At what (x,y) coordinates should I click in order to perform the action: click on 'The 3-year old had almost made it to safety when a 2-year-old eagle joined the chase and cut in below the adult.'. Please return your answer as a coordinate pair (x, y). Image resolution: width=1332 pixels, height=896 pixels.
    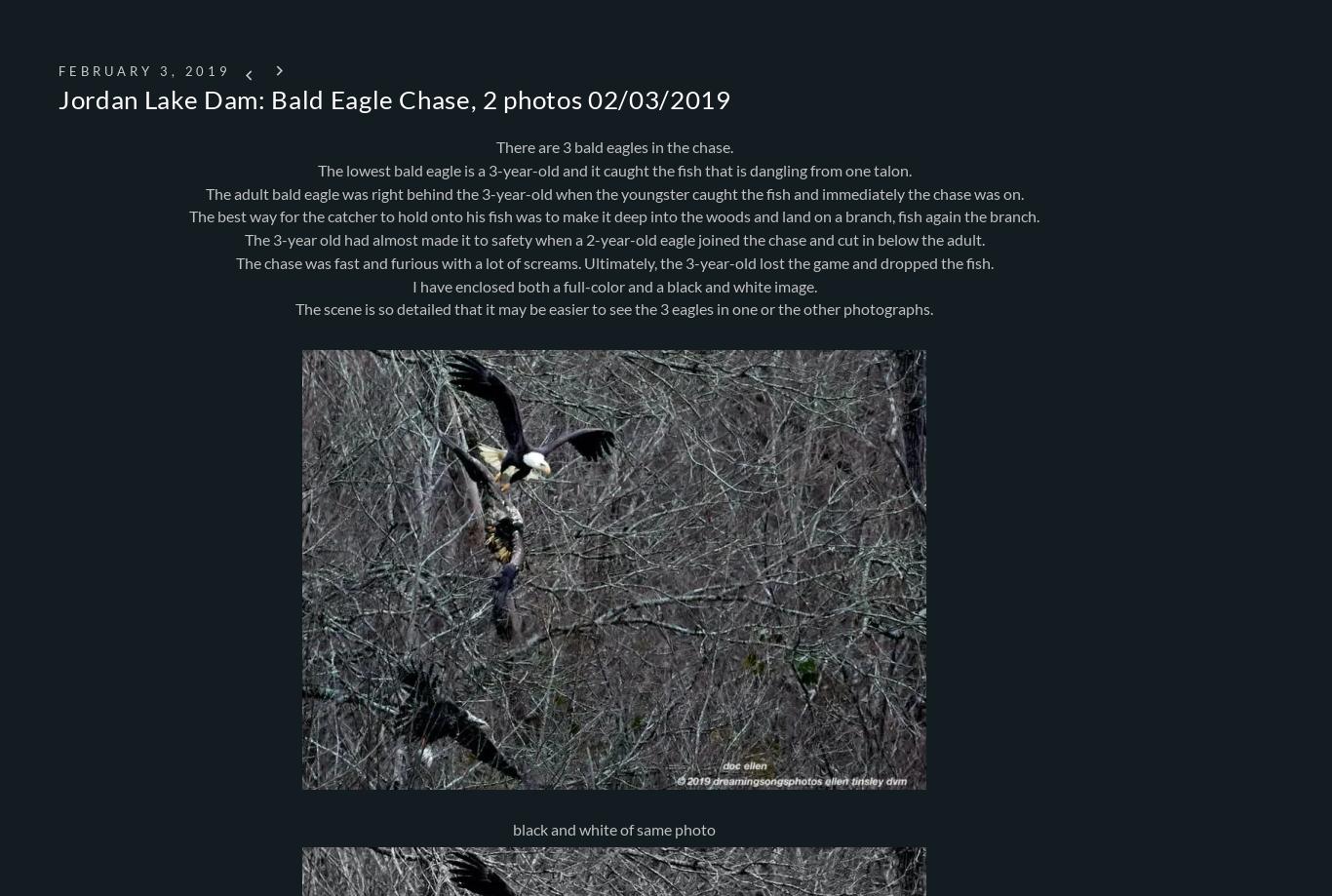
    Looking at the image, I should click on (612, 239).